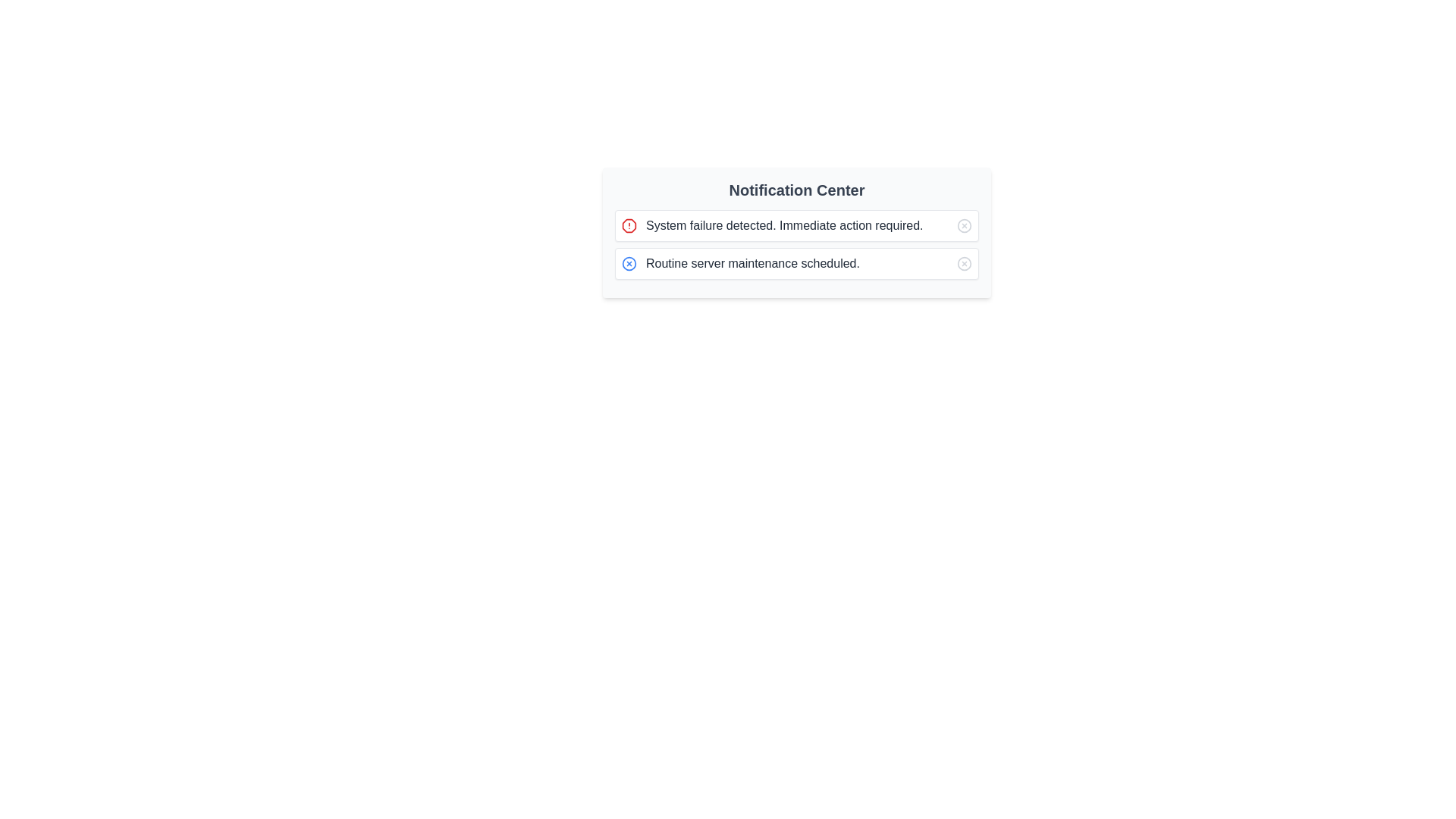 The height and width of the screenshot is (819, 1456). Describe the element at coordinates (964, 225) in the screenshot. I see `the graphical icon component located at the right end of the top notification row inside the notification center panel, which serves as a decorative or supporting element` at that location.